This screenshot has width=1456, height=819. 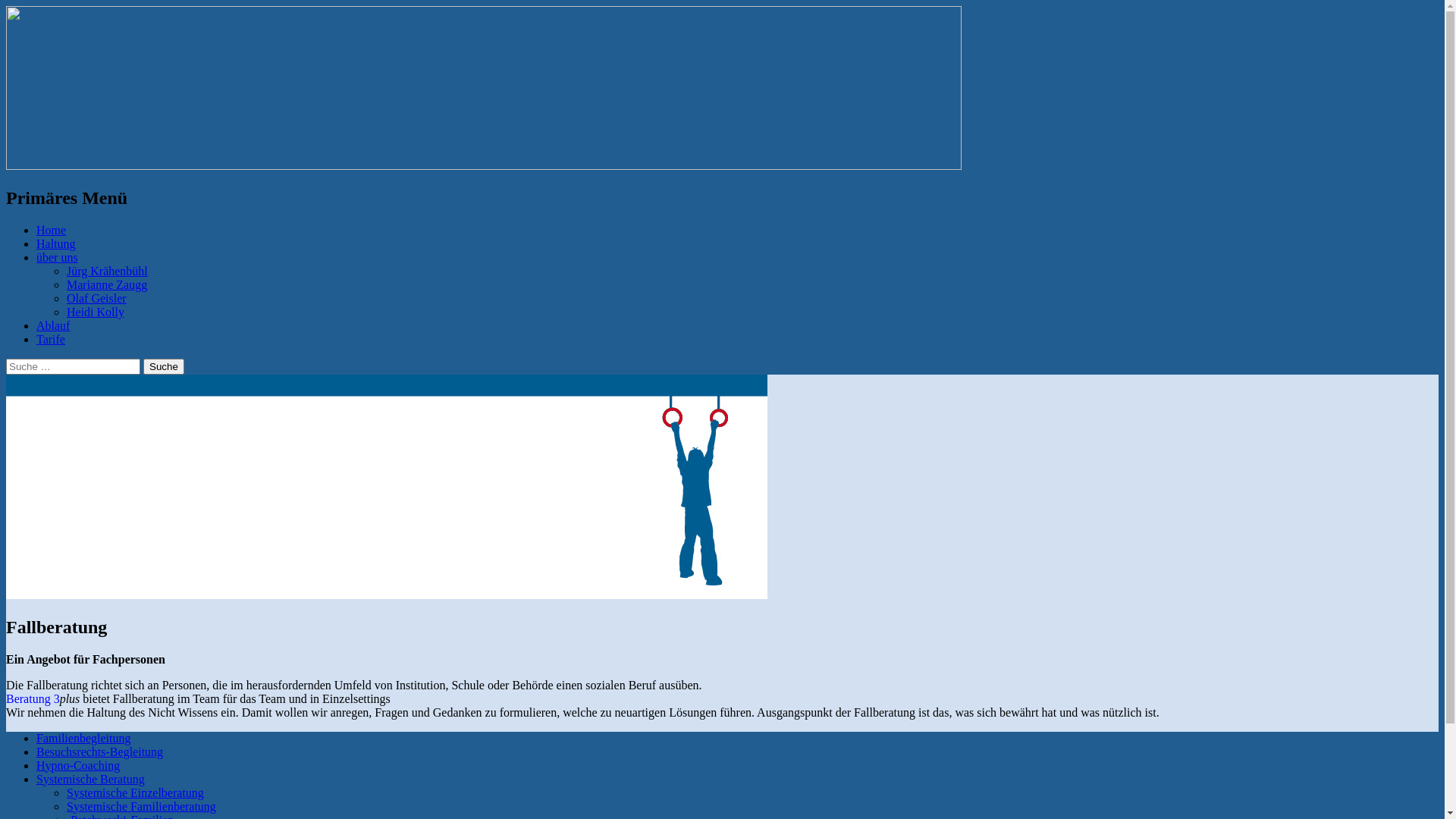 What do you see at coordinates (65, 298) in the screenshot?
I see `'Olaf Geisler'` at bounding box center [65, 298].